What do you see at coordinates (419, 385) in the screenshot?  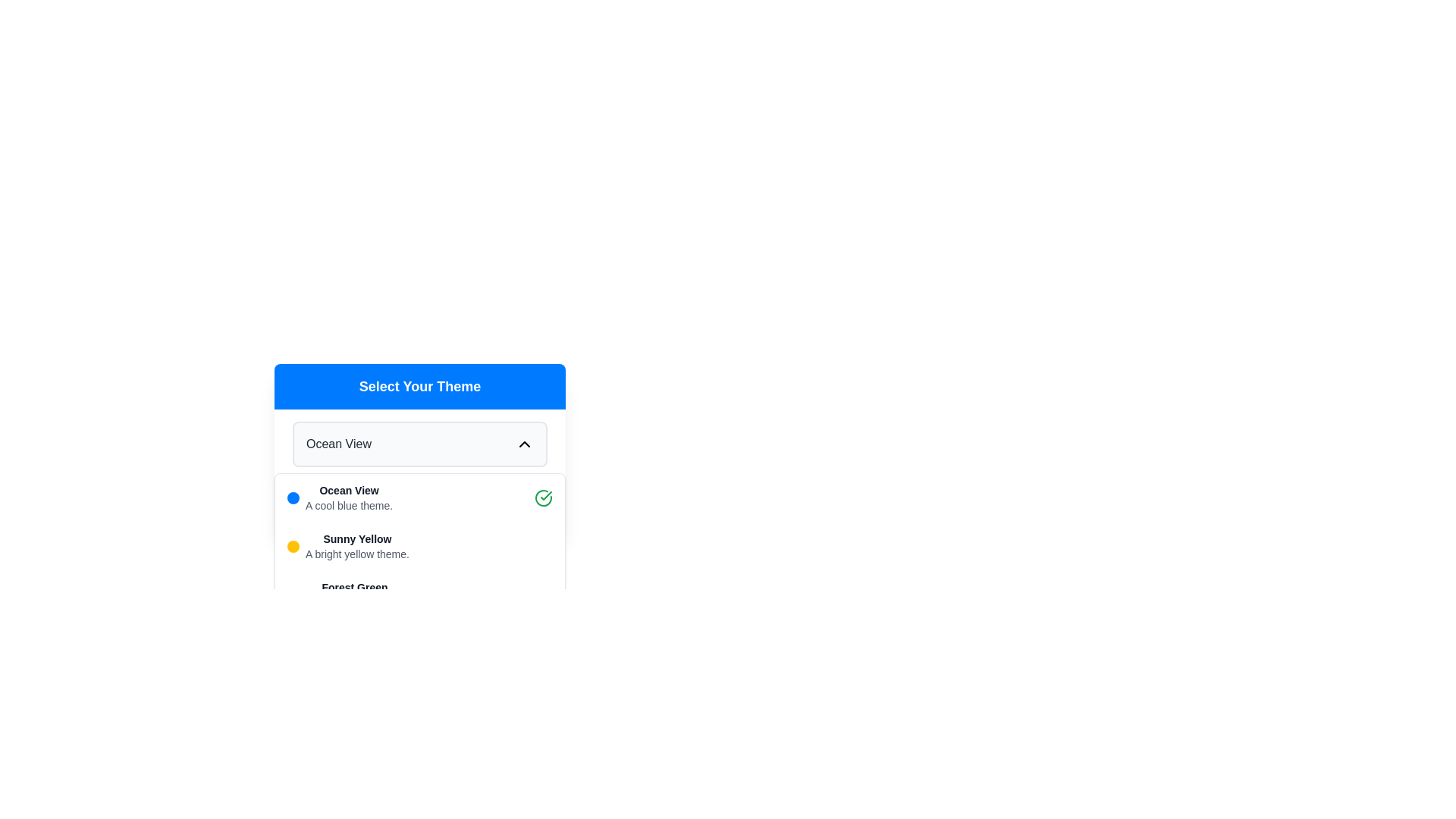 I see `the header element that serves as a title for the section, located centrally at the top with a blue background, immediately above the 'Ocean View' dropdown` at bounding box center [419, 385].